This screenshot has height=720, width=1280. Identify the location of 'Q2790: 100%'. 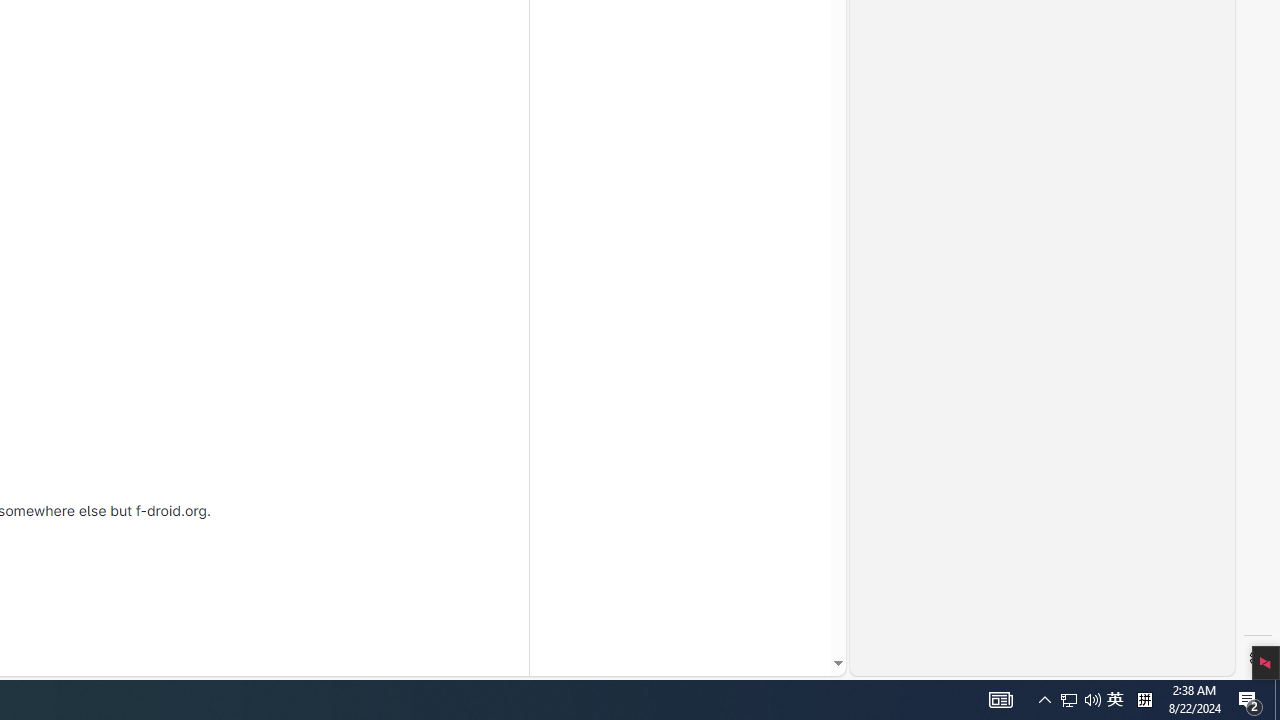
(1114, 698).